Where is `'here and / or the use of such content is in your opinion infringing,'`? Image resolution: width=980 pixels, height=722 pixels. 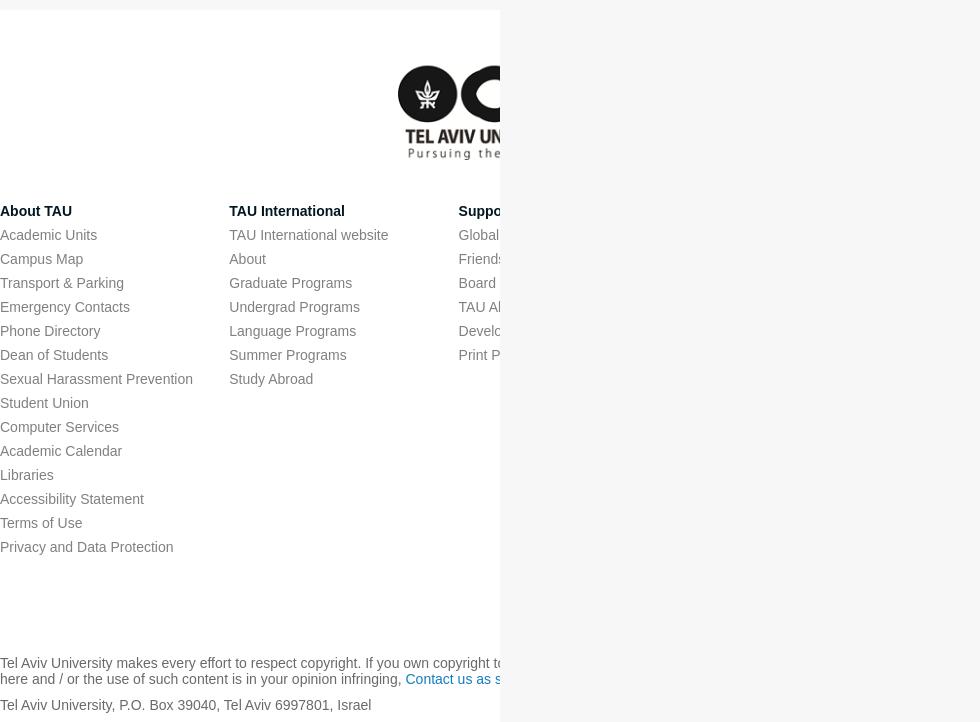
'here and / or the use of such content is in your opinion infringing,' is located at coordinates (202, 677).